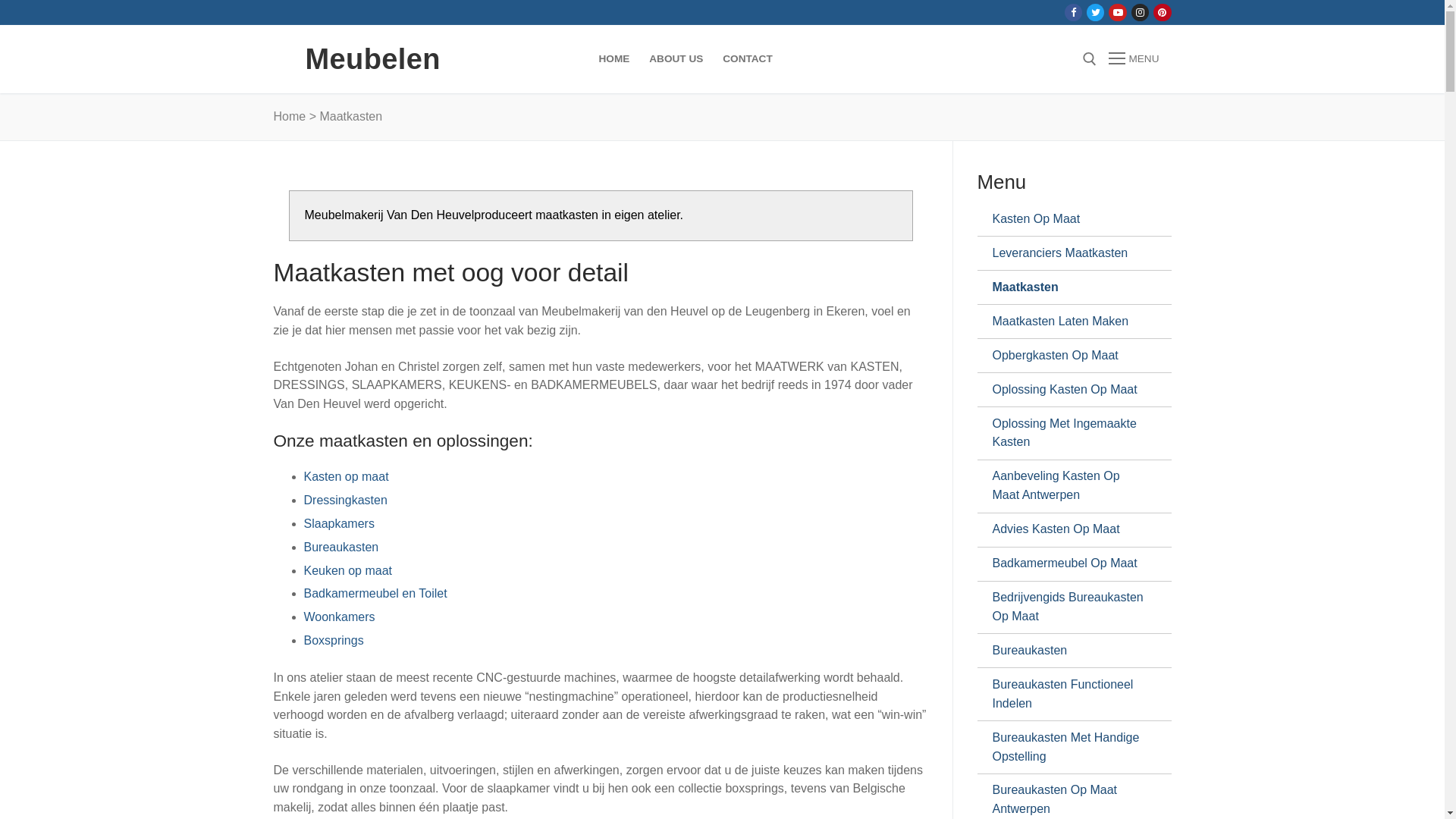  I want to click on 'Opbergkasten Op Maat', so click(1066, 356).